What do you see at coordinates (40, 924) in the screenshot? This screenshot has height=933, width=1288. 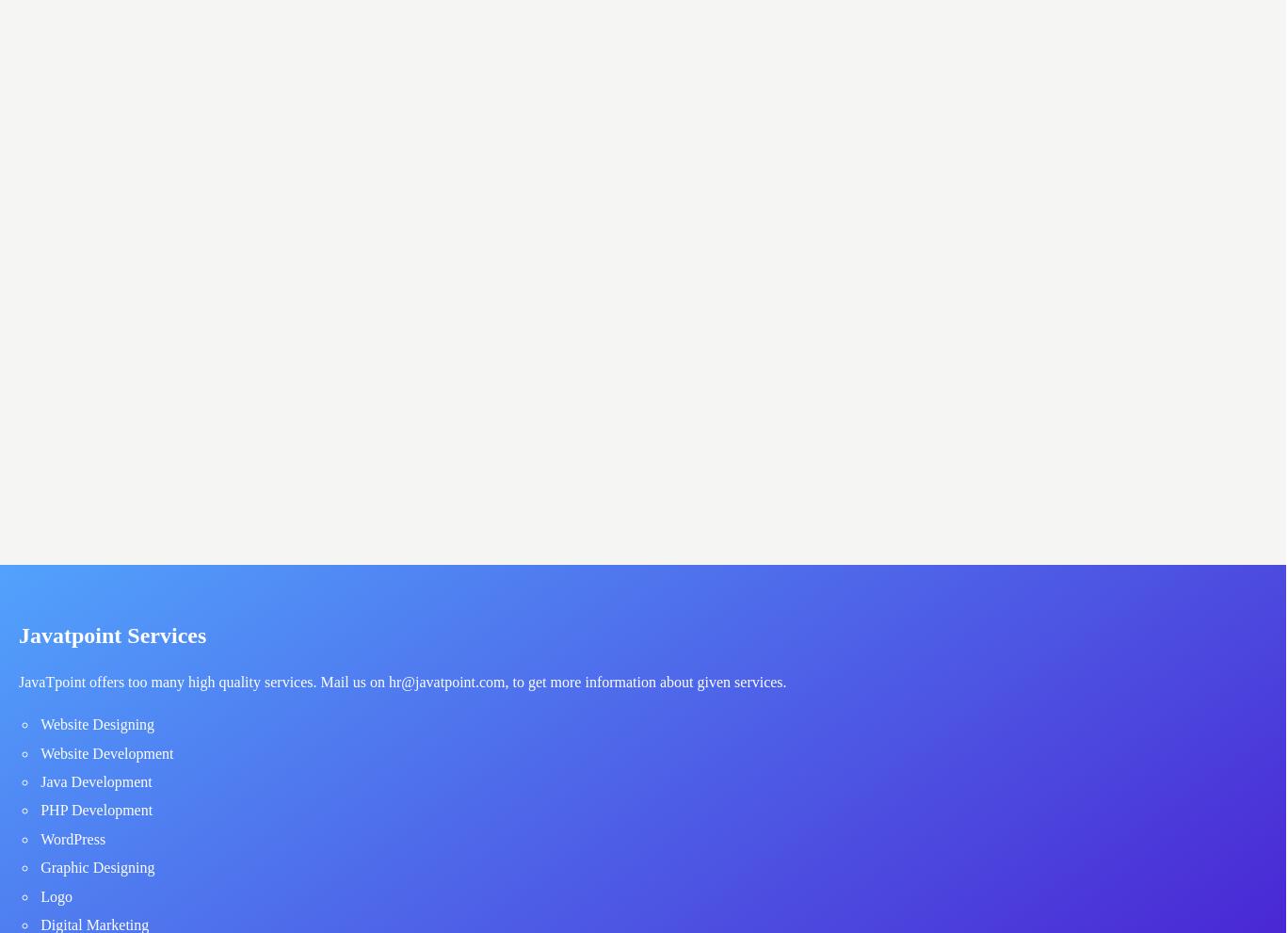 I see `'Digital Marketing'` at bounding box center [40, 924].